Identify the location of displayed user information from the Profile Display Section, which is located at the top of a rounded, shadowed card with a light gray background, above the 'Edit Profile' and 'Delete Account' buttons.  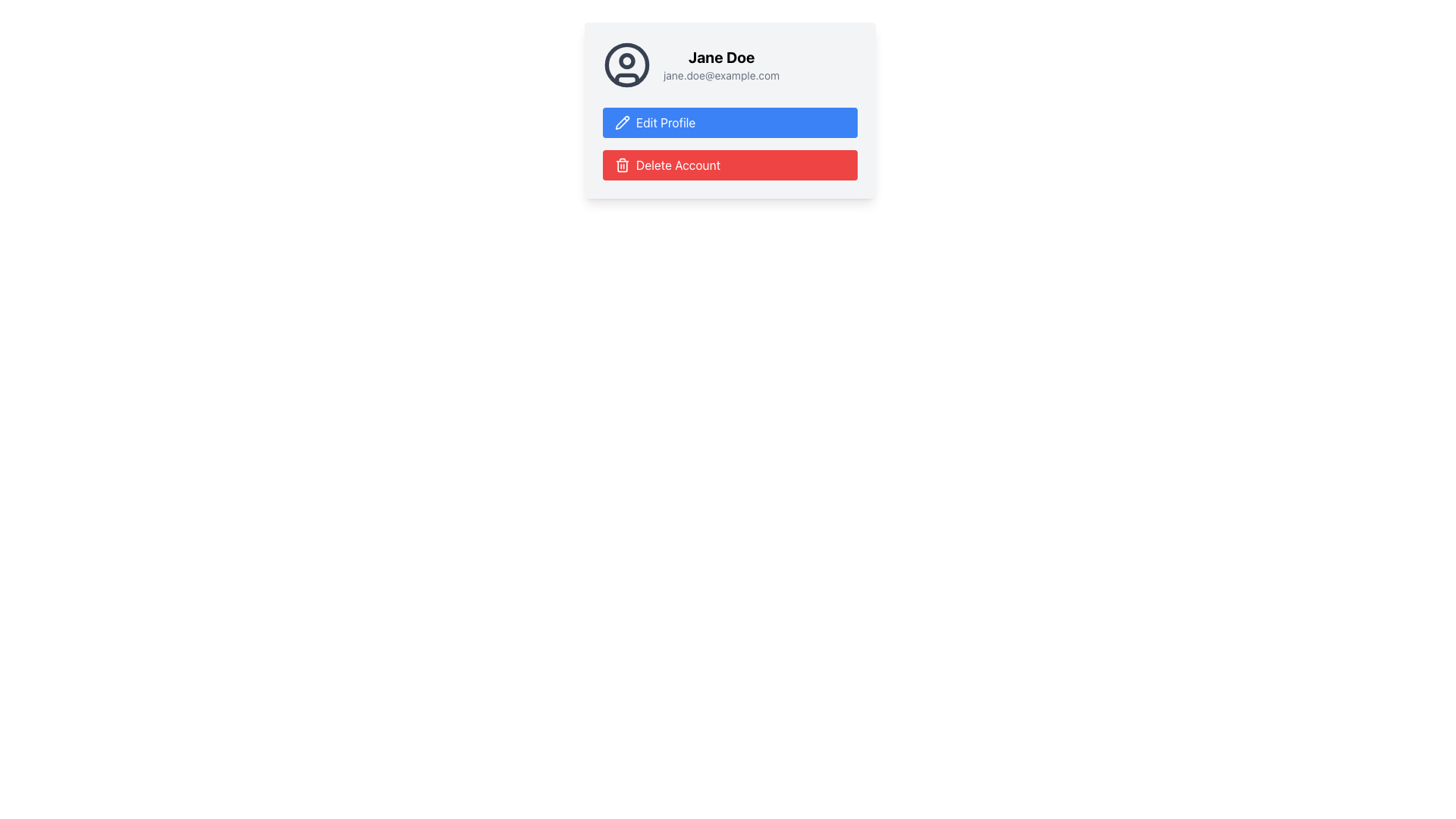
(730, 64).